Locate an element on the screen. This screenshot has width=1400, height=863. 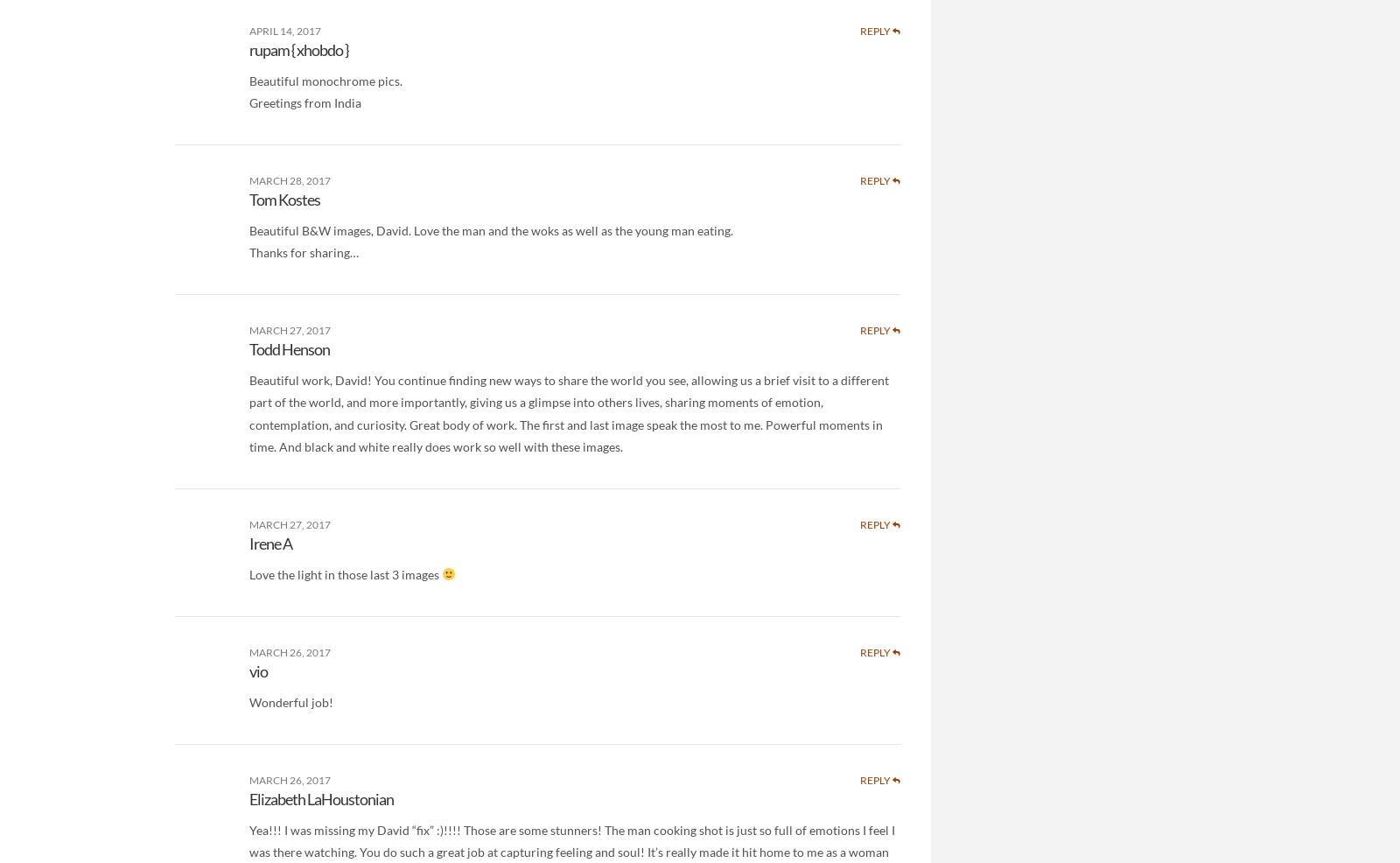
'Tom Kostes' is located at coordinates (248, 197).